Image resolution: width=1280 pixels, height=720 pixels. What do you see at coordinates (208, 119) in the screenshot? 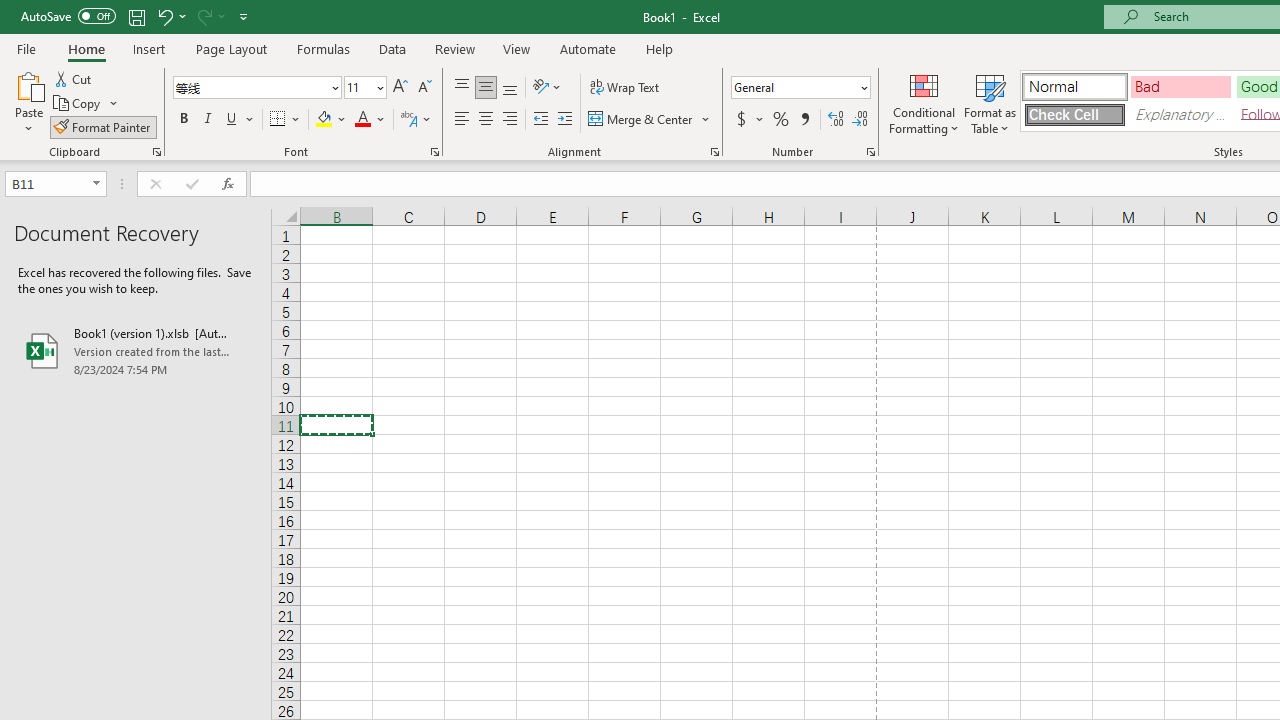
I see `'Italic'` at bounding box center [208, 119].